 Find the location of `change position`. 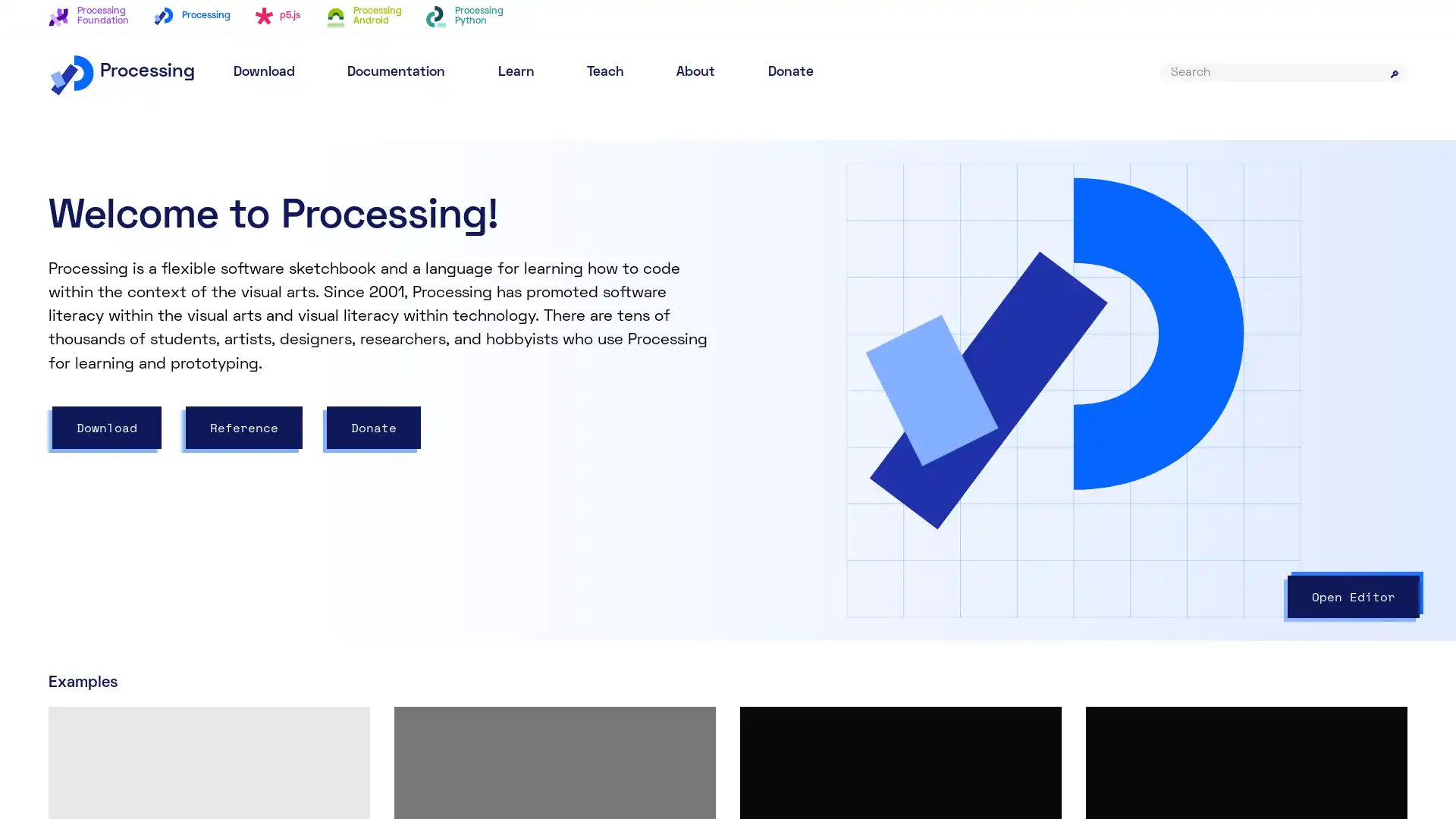

change position is located at coordinates (850, 397).